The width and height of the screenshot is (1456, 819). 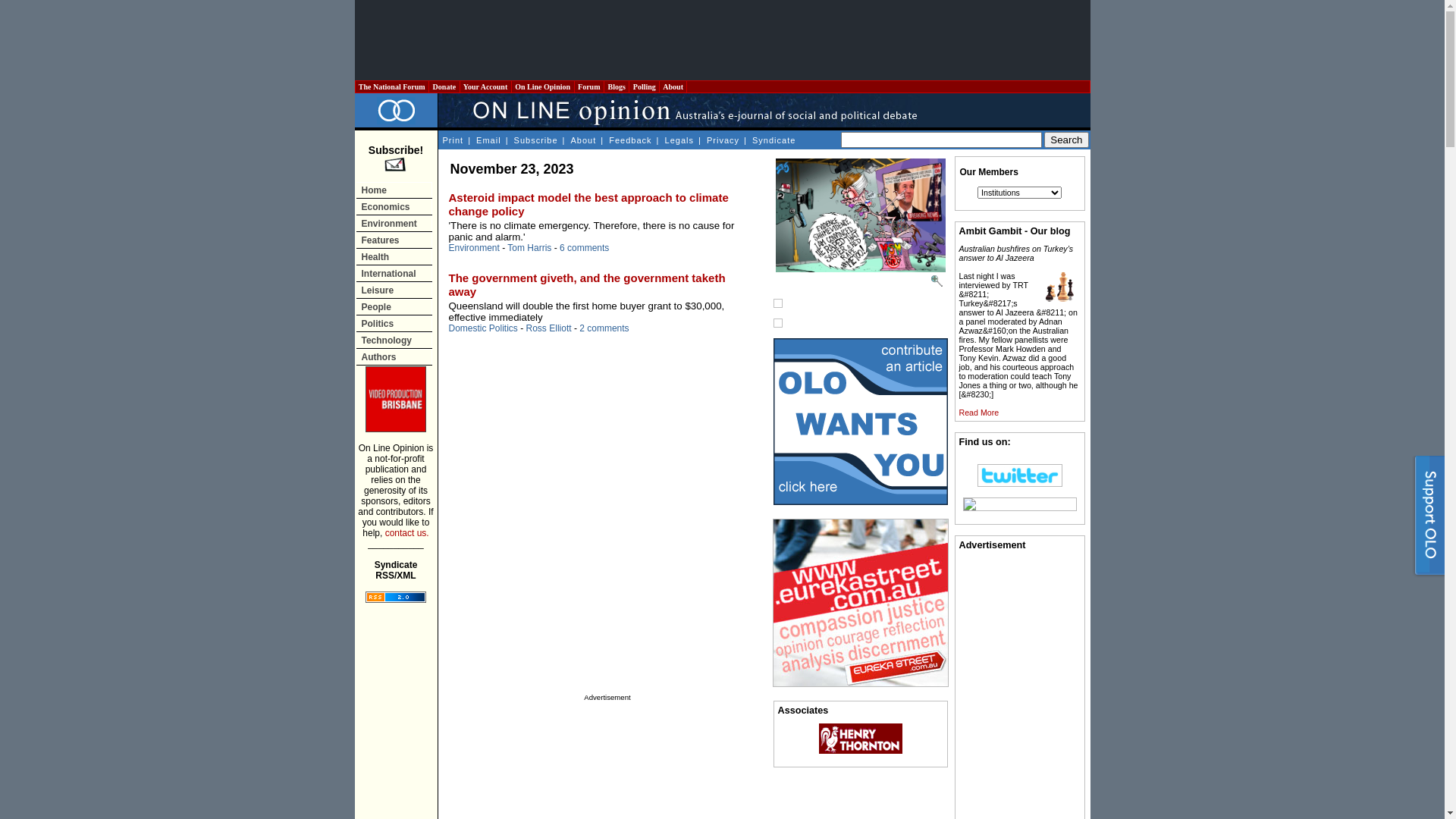 What do you see at coordinates (583, 247) in the screenshot?
I see `'6 comments'` at bounding box center [583, 247].